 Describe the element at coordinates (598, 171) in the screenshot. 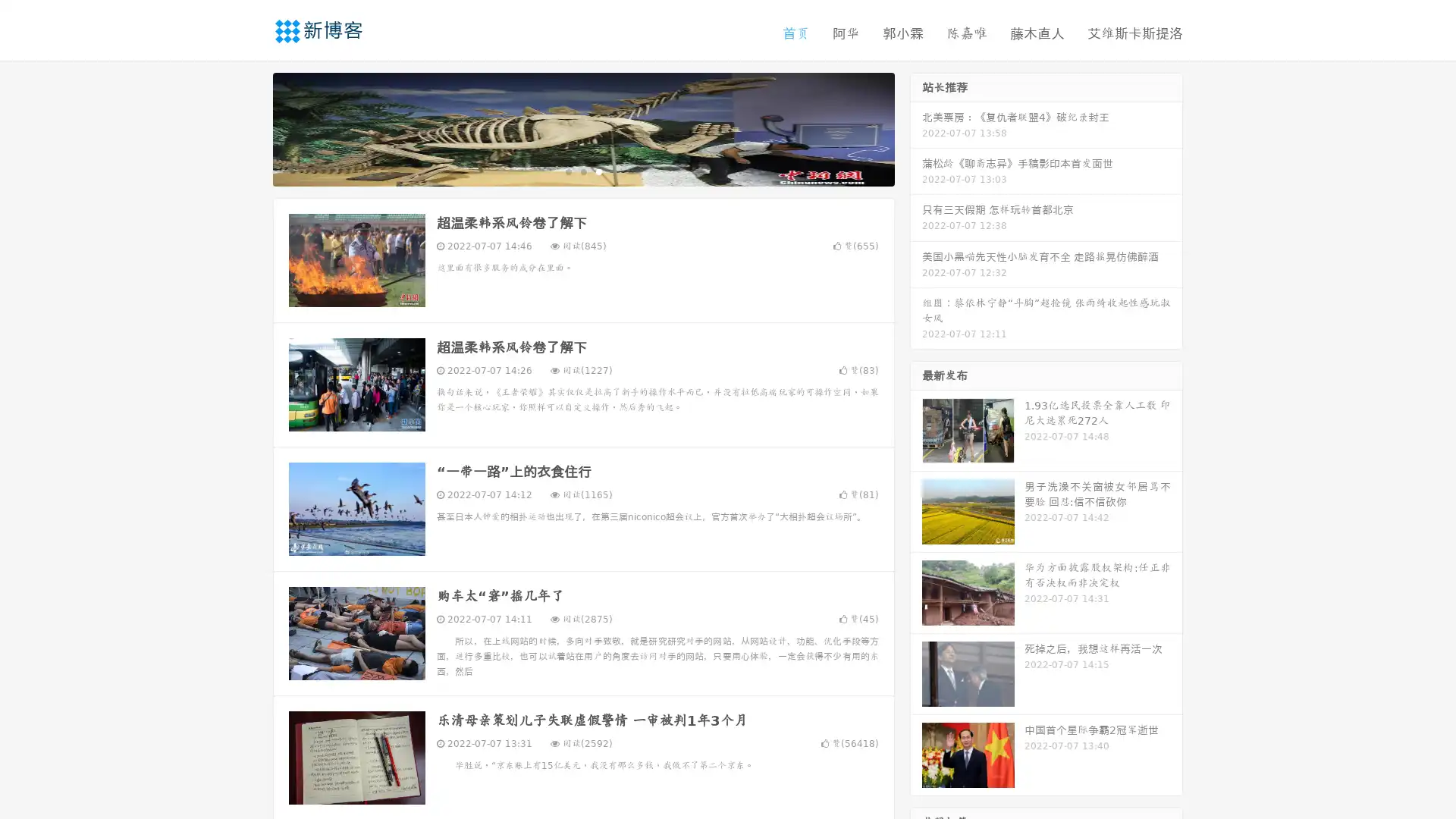

I see `Go to slide 3` at that location.